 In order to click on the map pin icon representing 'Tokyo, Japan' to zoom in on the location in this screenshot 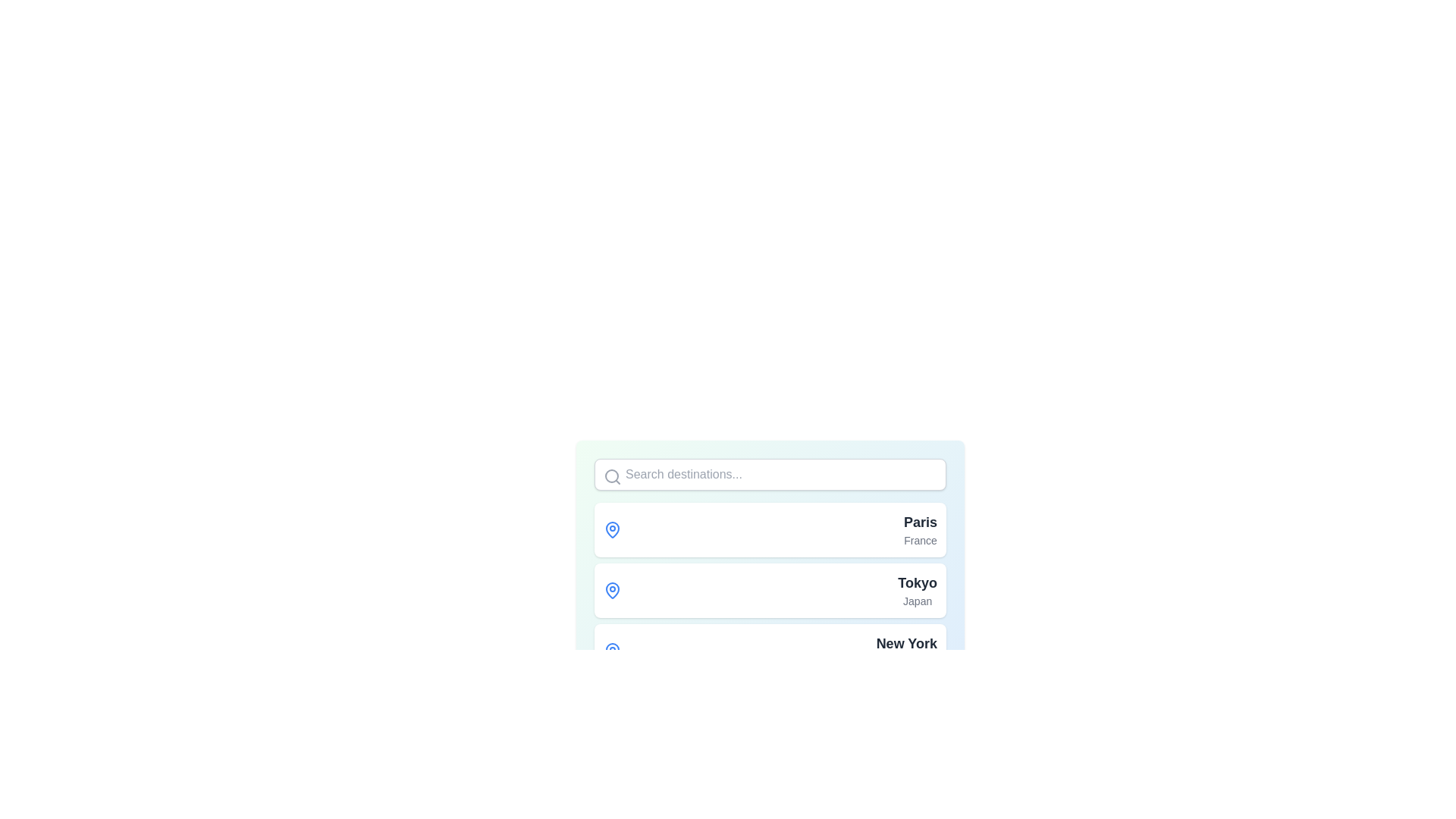, I will do `click(612, 589)`.